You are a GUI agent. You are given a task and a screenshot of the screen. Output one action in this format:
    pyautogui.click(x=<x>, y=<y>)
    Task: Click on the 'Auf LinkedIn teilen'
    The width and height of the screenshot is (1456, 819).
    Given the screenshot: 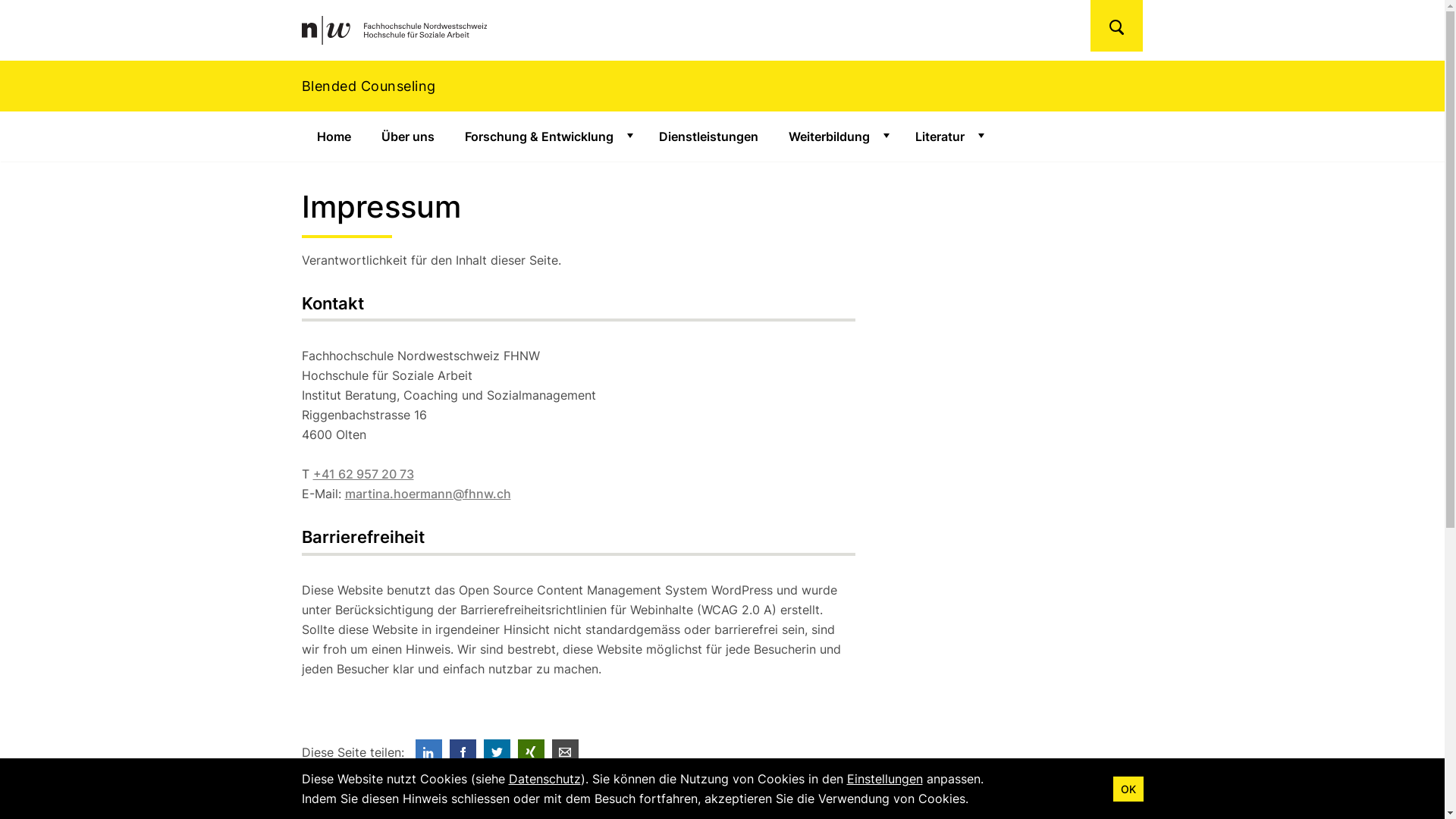 What is the action you would take?
    pyautogui.click(x=428, y=752)
    